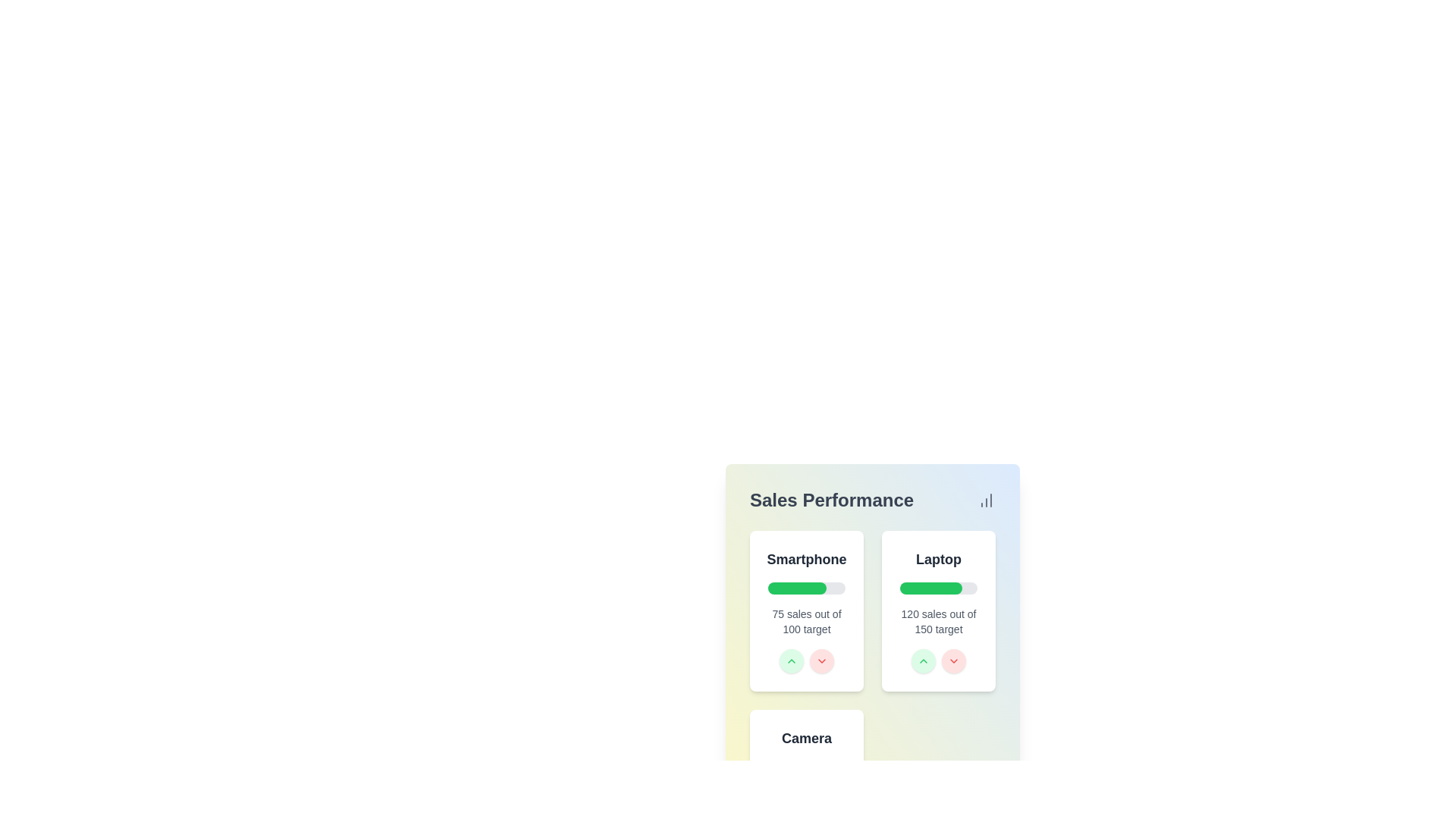 The width and height of the screenshot is (1456, 819). What do you see at coordinates (938, 660) in the screenshot?
I see `the right button in the group of buttons located at the bottom center of the 'Laptop' card to decrement the sales target value` at bounding box center [938, 660].